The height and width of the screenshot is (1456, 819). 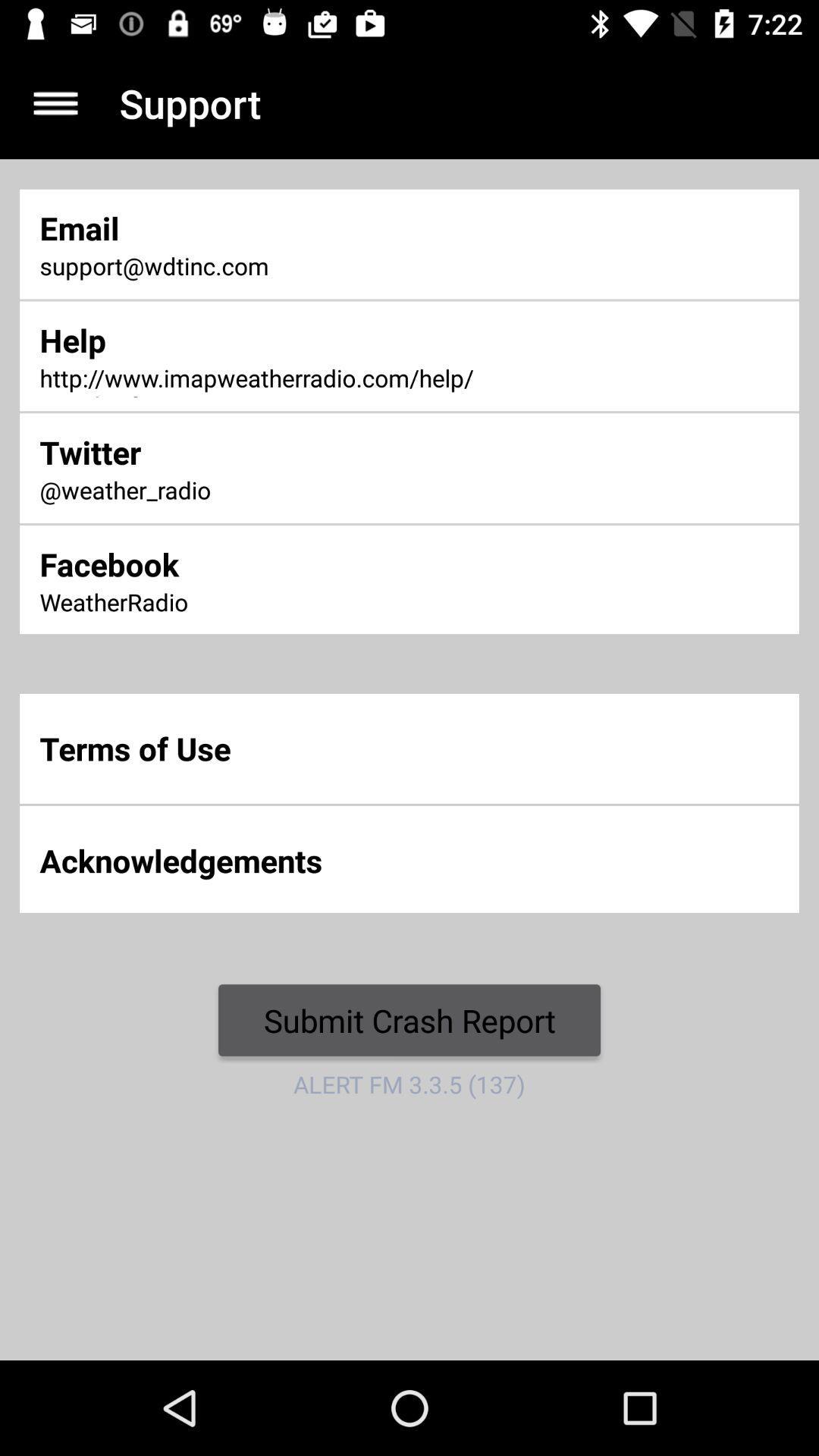 What do you see at coordinates (271, 563) in the screenshot?
I see `icon above weatherradio` at bounding box center [271, 563].